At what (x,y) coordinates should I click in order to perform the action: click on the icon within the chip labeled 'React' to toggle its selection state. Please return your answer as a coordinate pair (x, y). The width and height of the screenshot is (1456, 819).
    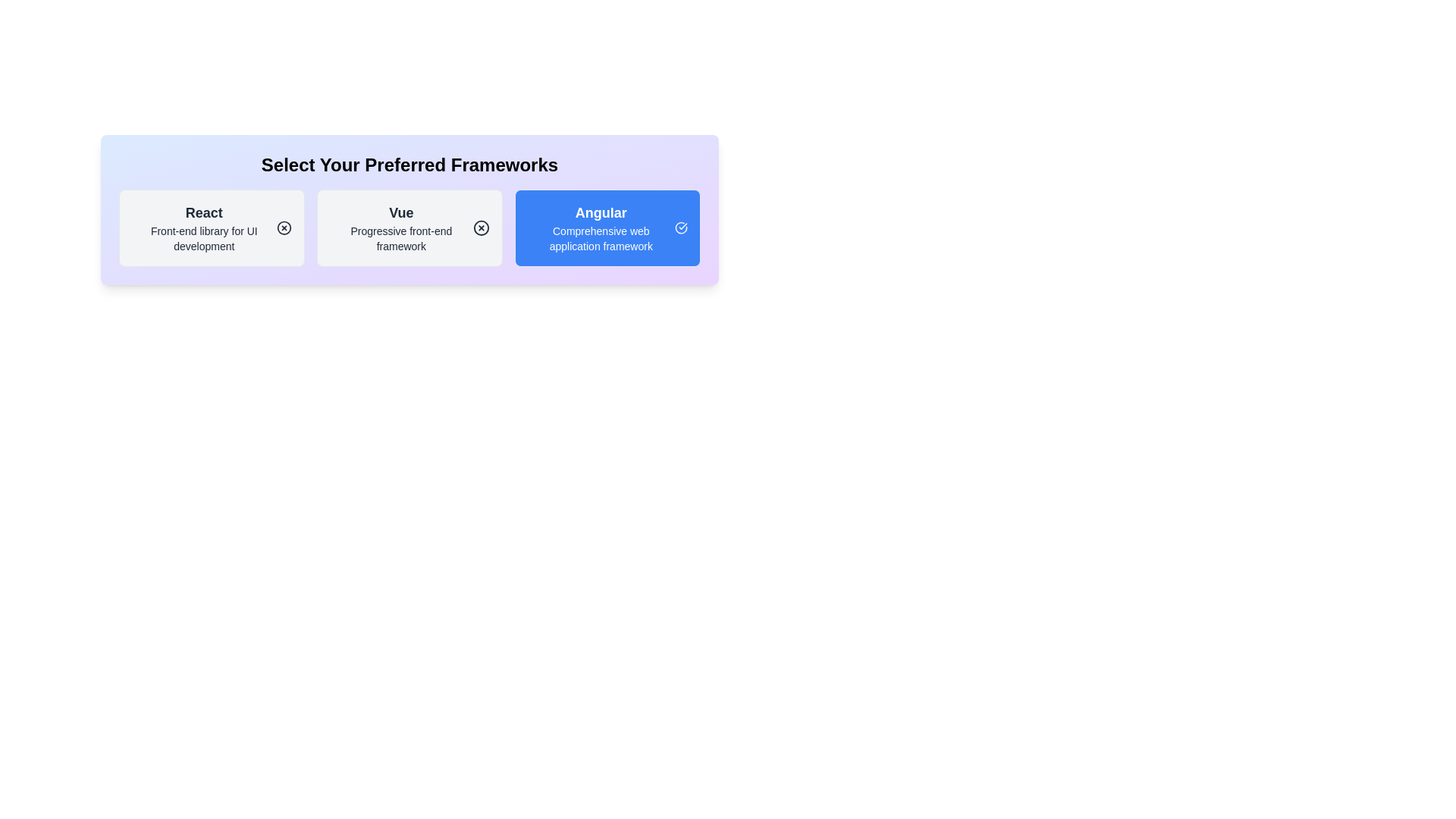
    Looking at the image, I should click on (284, 227).